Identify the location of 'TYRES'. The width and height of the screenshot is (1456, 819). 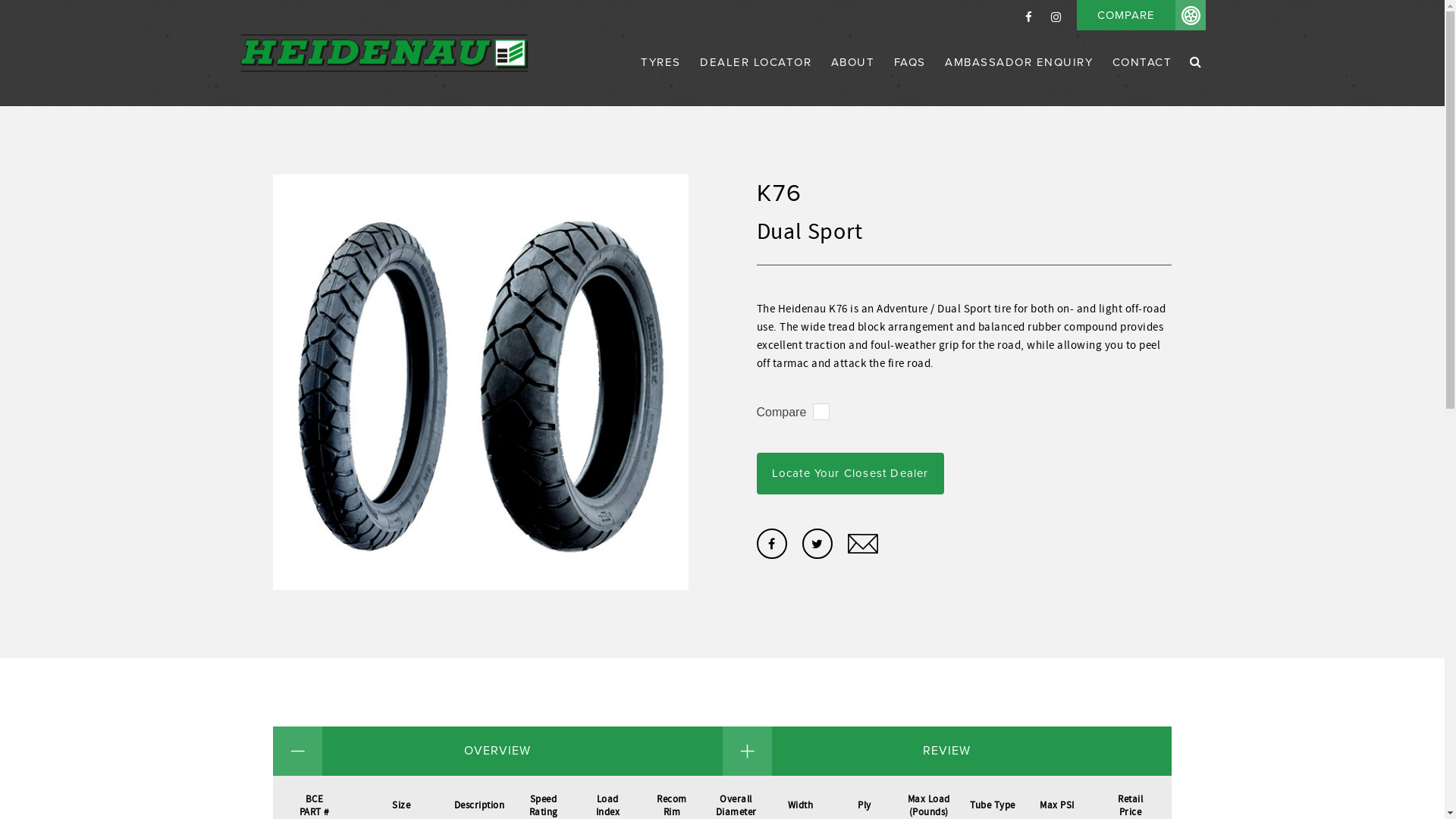
(661, 79).